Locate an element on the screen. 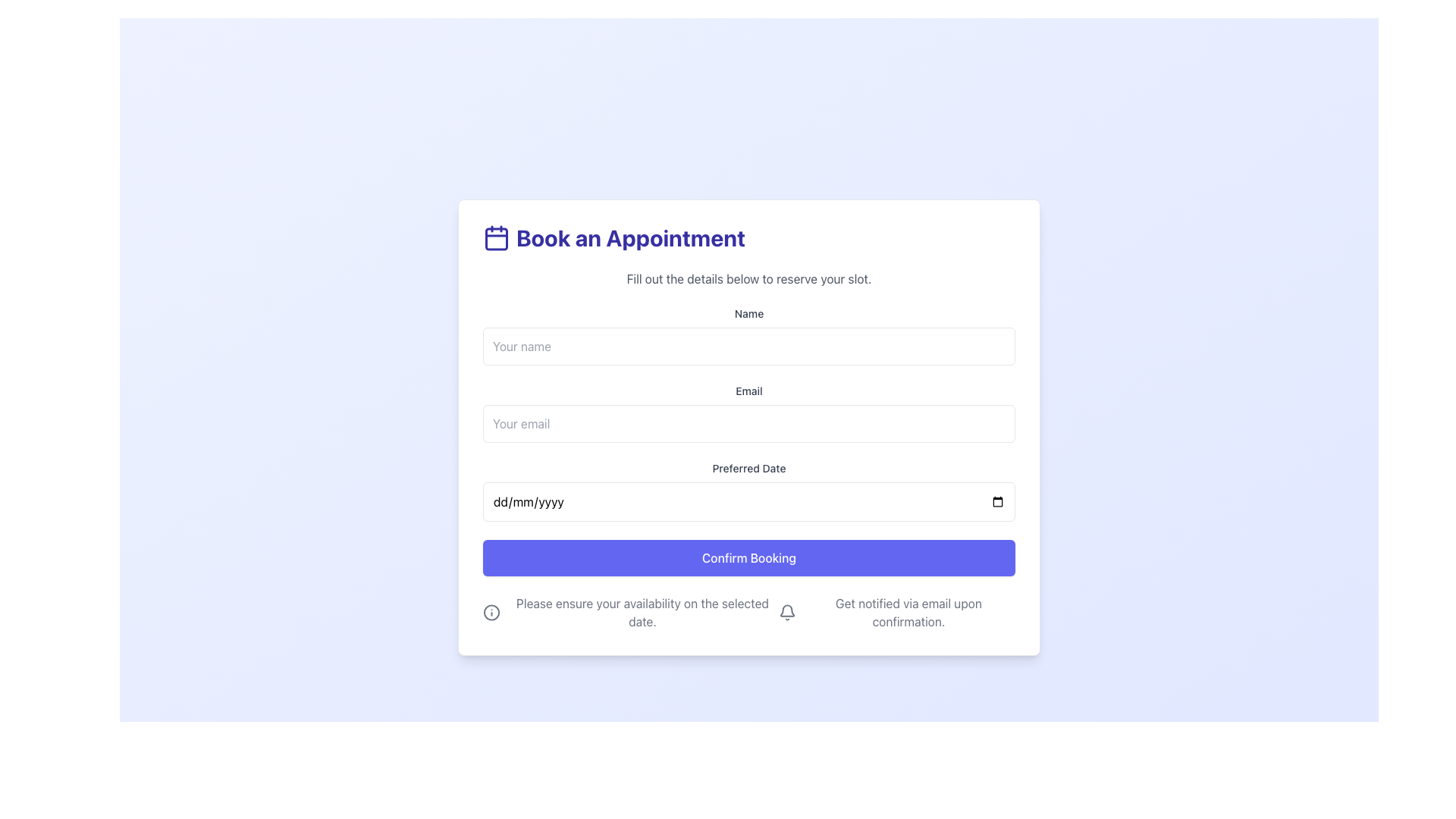 Image resolution: width=1456 pixels, height=819 pixels. the informational text label that reads 'Fill out the details below to reserve your slot.', which is styled with a gray font color and is positioned directly below the title 'Book an Appointment' is located at coordinates (749, 278).